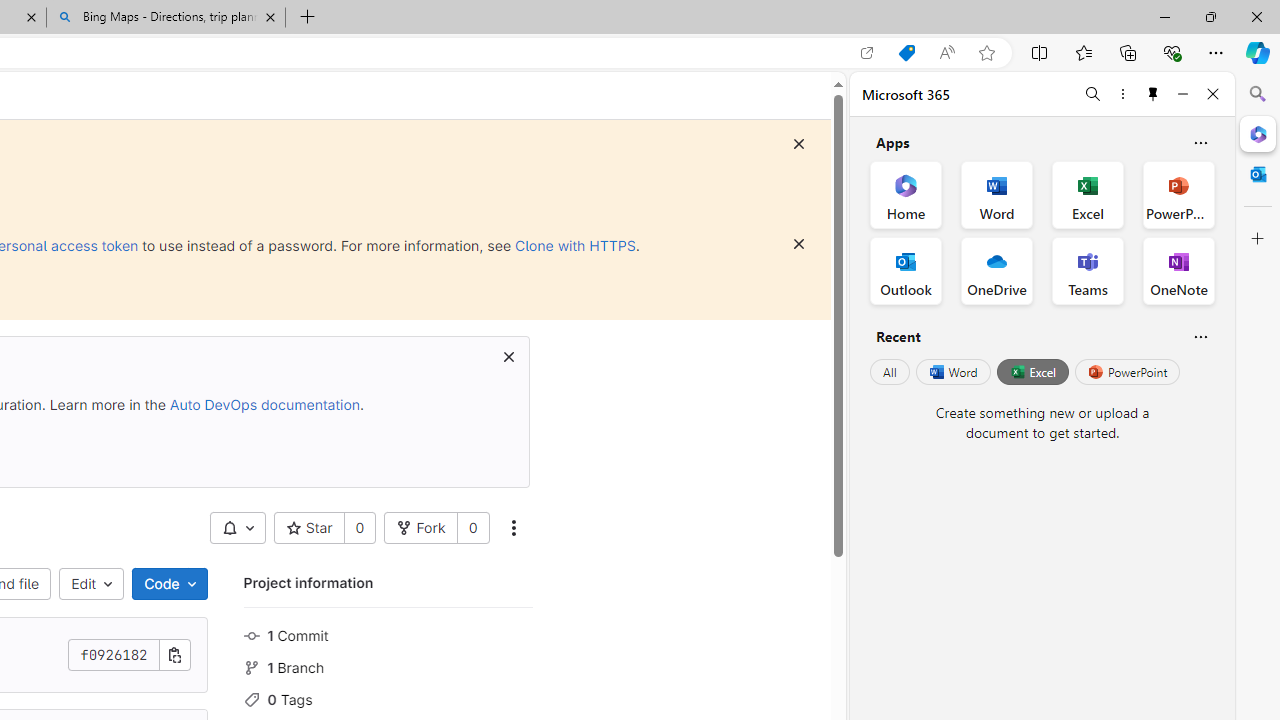 The width and height of the screenshot is (1280, 720). Describe the element at coordinates (174, 655) in the screenshot. I see `'Copy commit SHA'` at that location.